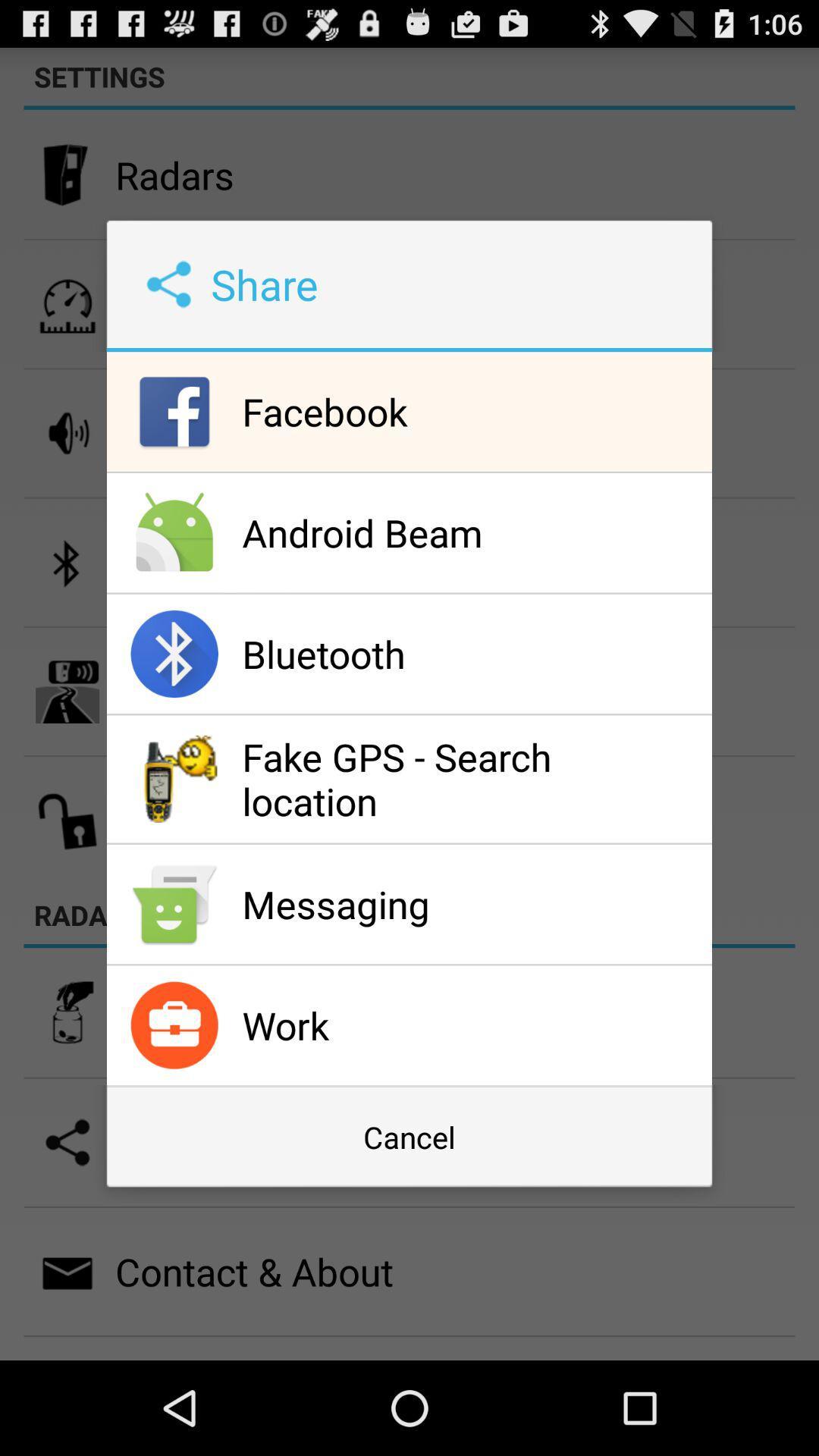 The image size is (819, 1456). What do you see at coordinates (409, 1137) in the screenshot?
I see `the cancel item` at bounding box center [409, 1137].